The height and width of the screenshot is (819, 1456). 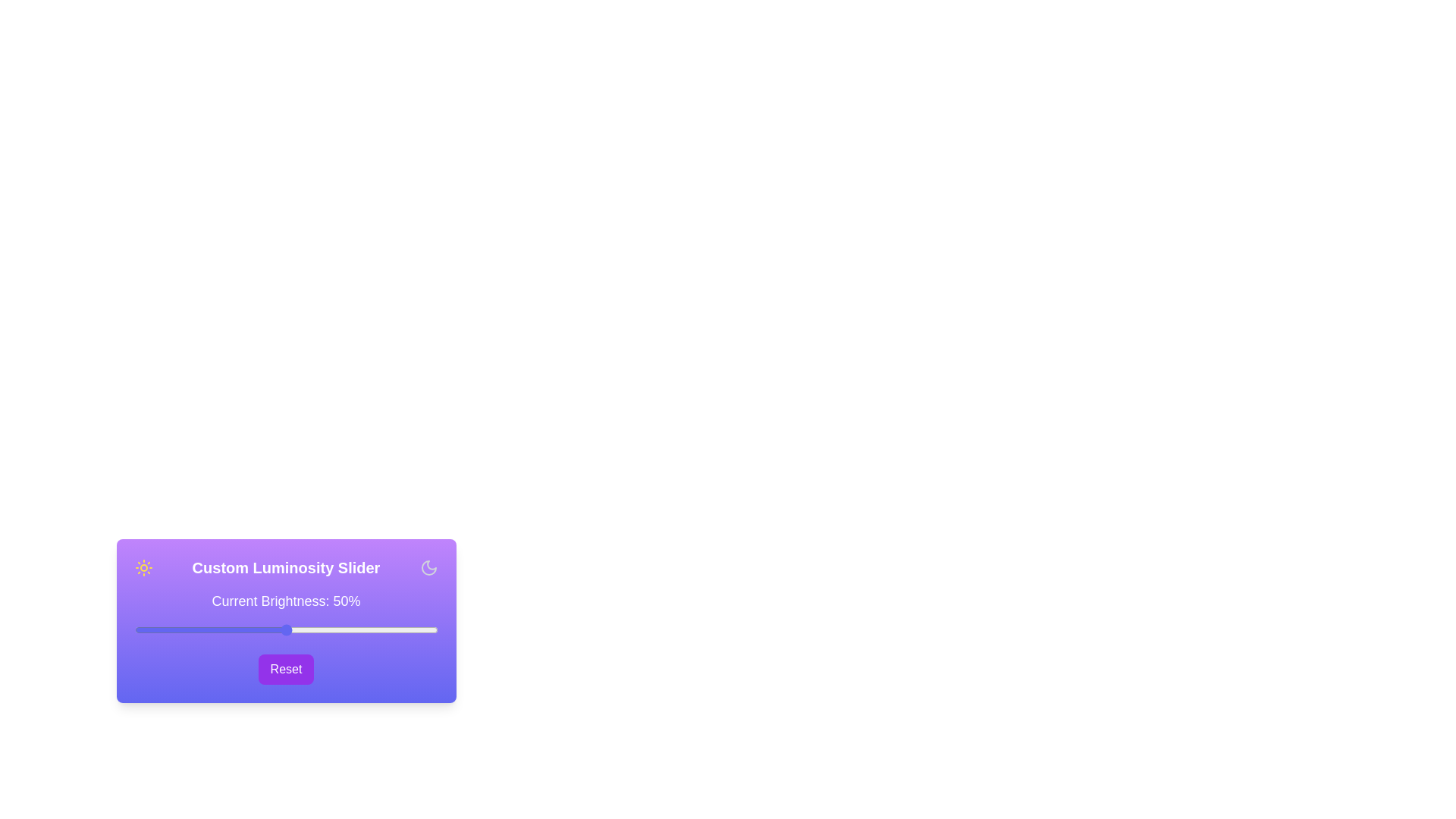 What do you see at coordinates (191, 629) in the screenshot?
I see `brightness` at bounding box center [191, 629].